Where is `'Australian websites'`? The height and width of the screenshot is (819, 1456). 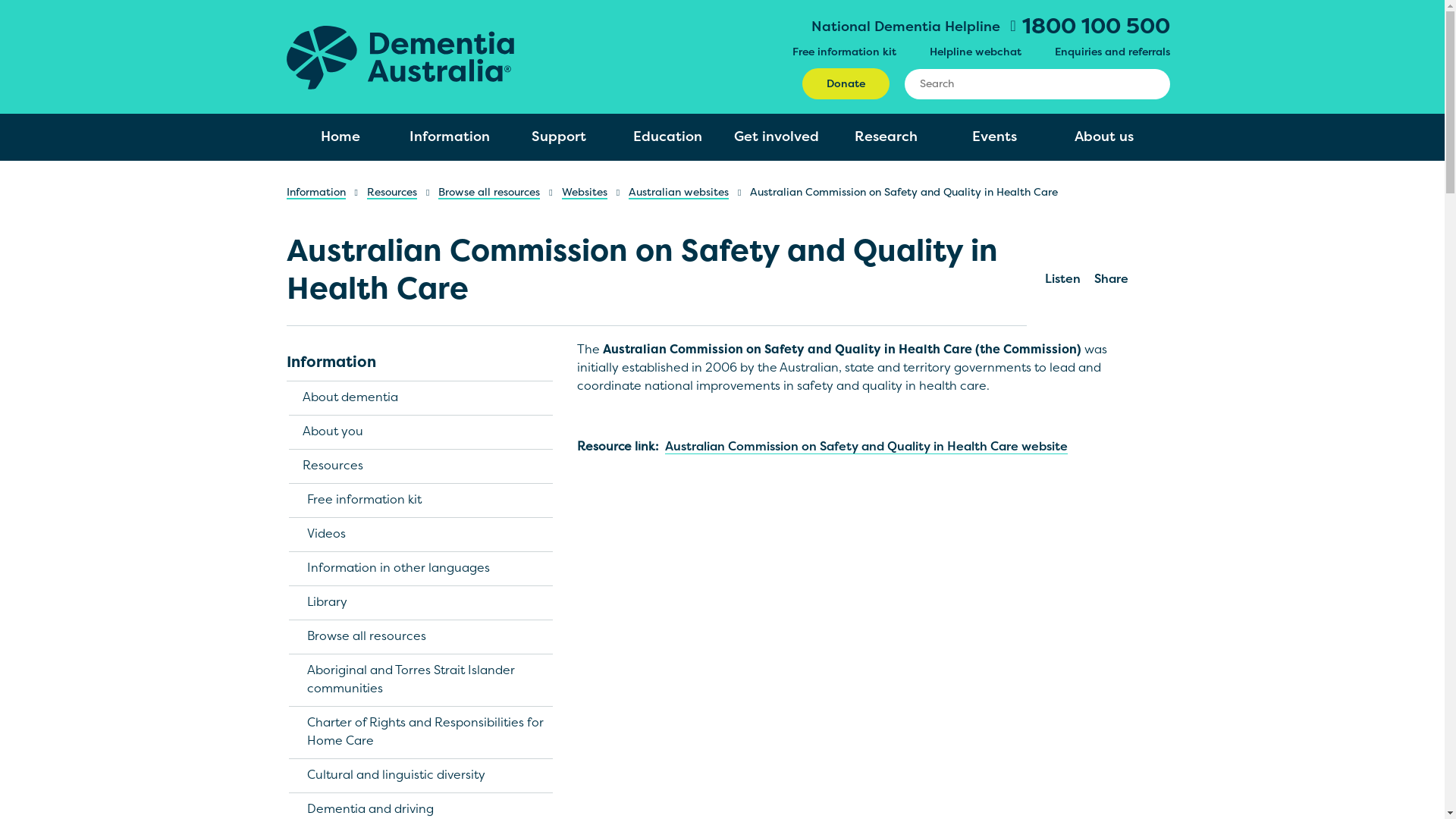 'Australian websites' is located at coordinates (677, 193).